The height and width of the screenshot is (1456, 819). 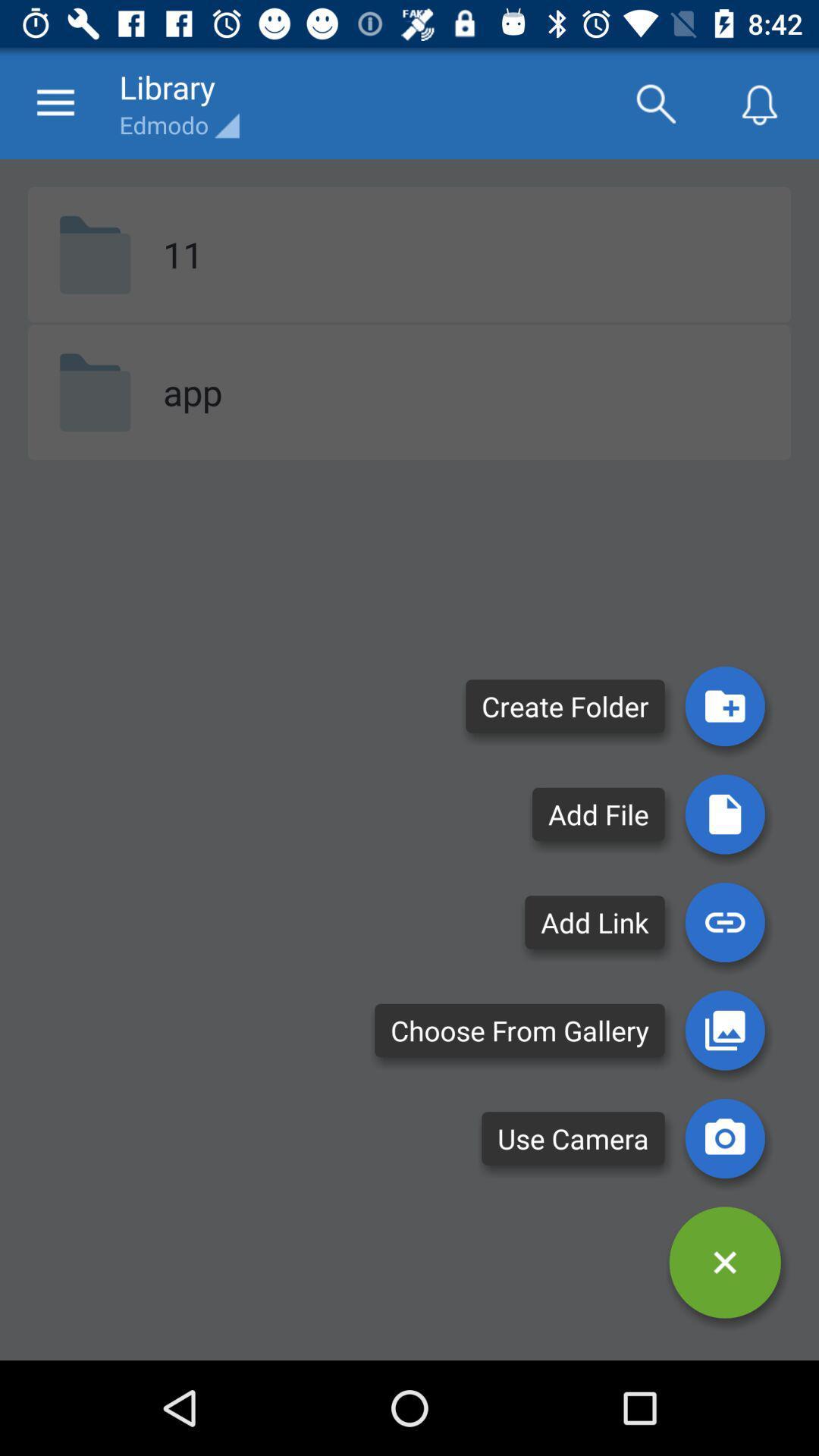 I want to click on folder option, so click(x=724, y=705).